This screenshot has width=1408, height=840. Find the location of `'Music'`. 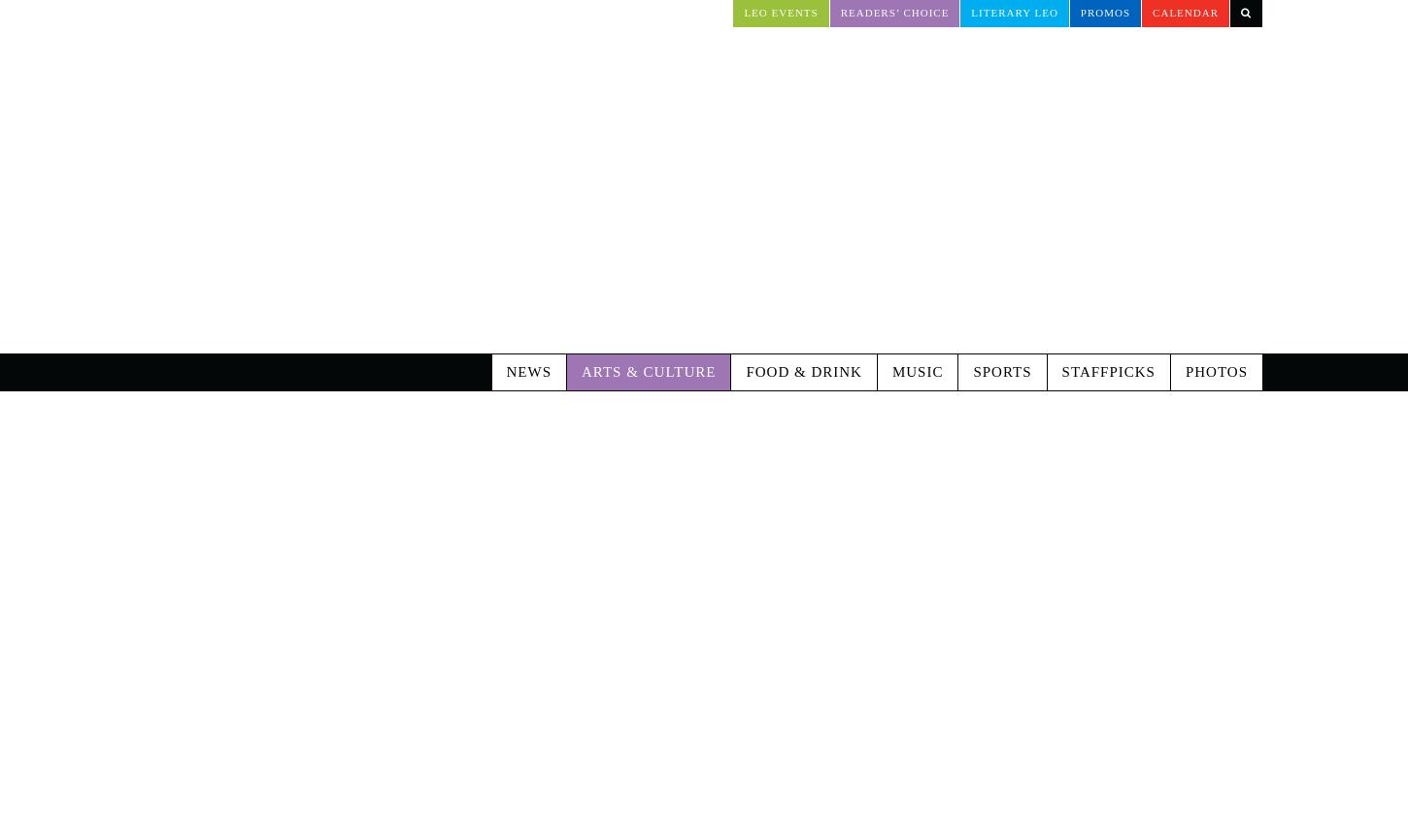

'Music' is located at coordinates (916, 290).